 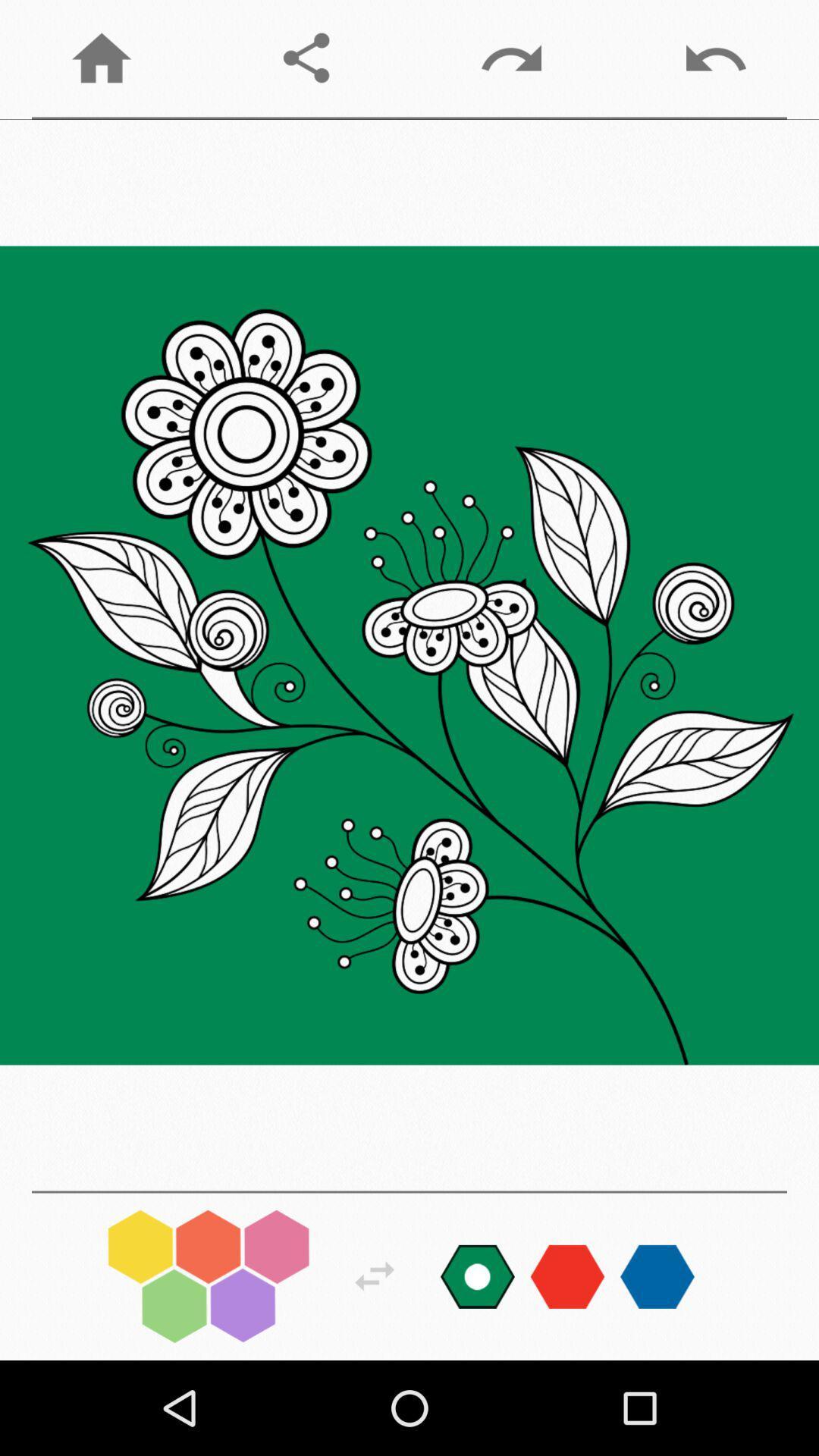 I want to click on next move, so click(x=375, y=1276).